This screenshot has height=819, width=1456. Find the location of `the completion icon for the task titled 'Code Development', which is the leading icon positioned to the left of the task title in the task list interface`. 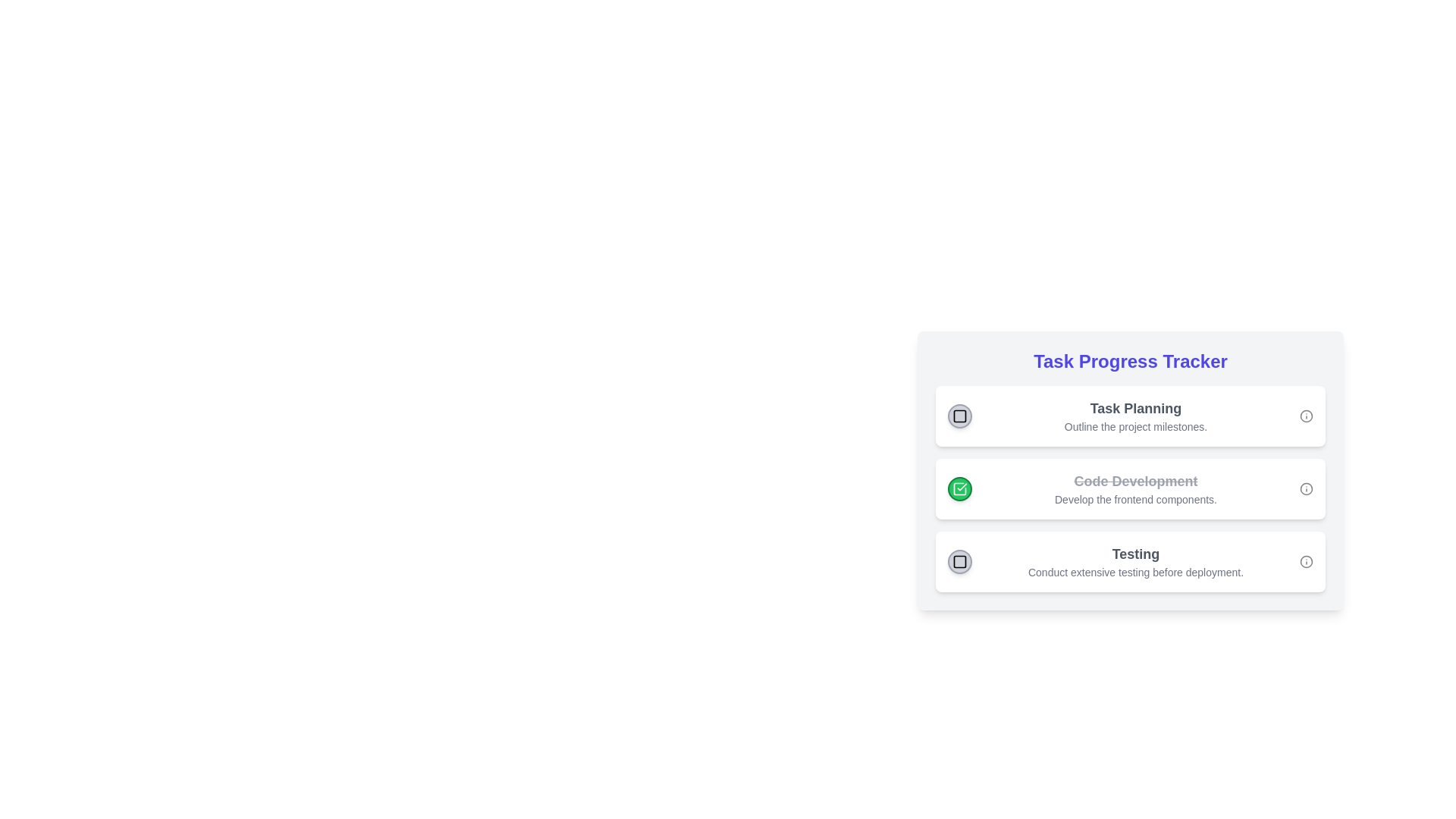

the completion icon for the task titled 'Code Development', which is the leading icon positioned to the left of the task title in the task list interface is located at coordinates (959, 488).